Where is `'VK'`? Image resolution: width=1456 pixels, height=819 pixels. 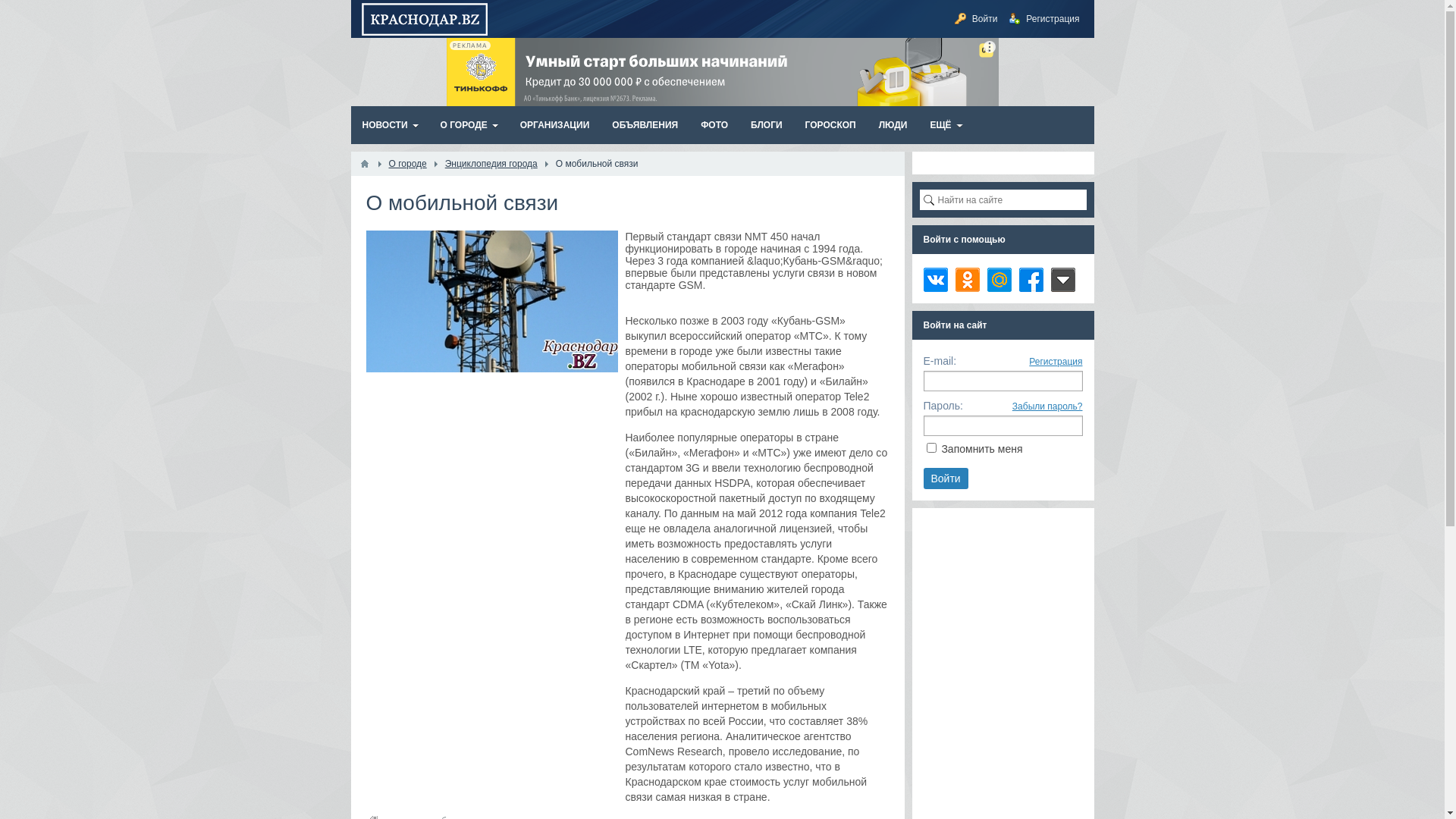
'VK' is located at coordinates (934, 280).